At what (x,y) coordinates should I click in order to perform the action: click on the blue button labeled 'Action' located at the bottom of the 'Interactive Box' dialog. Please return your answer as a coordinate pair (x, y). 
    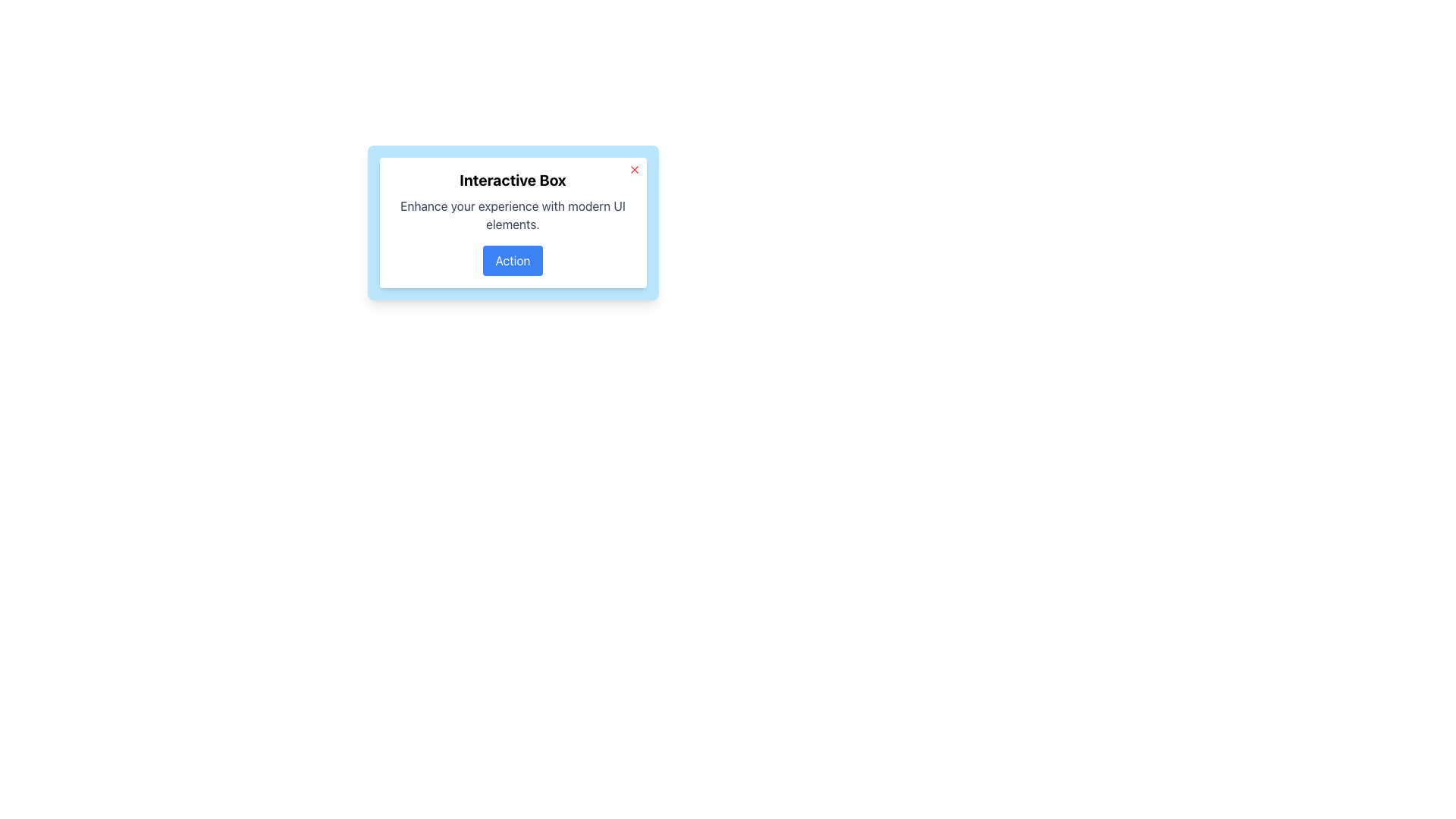
    Looking at the image, I should click on (513, 259).